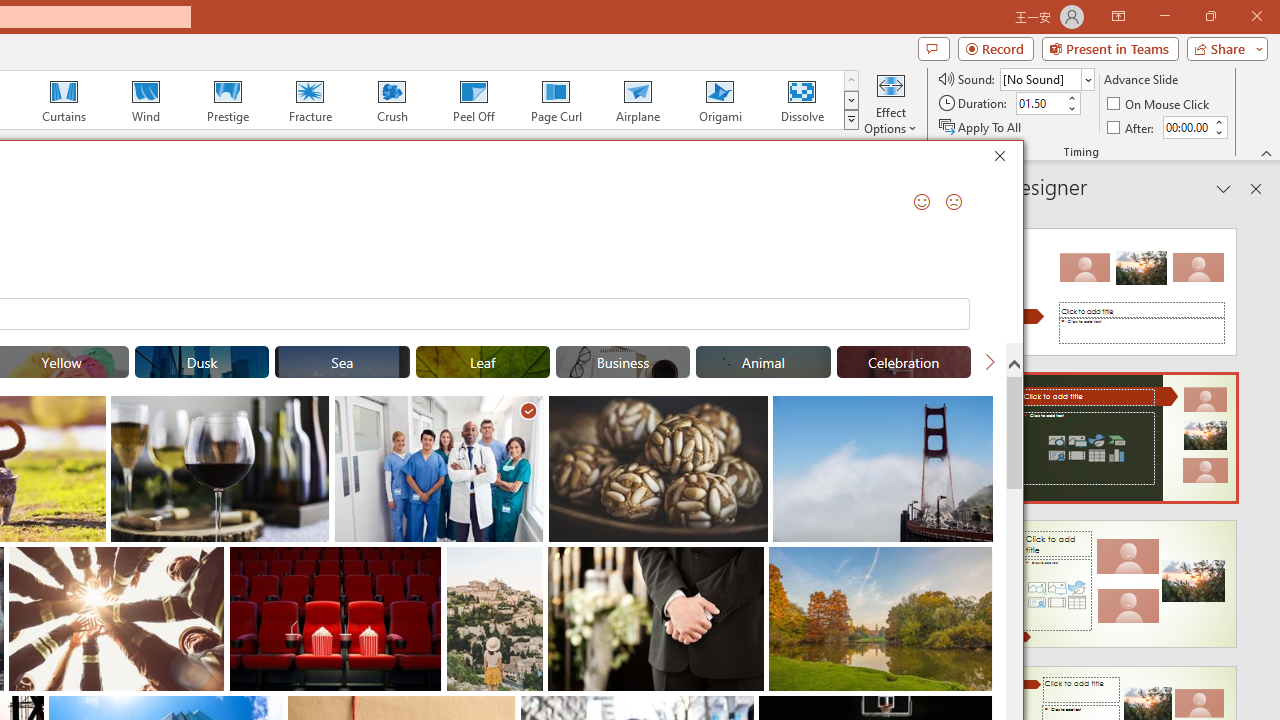  I want to click on 'Origami', so click(720, 100).